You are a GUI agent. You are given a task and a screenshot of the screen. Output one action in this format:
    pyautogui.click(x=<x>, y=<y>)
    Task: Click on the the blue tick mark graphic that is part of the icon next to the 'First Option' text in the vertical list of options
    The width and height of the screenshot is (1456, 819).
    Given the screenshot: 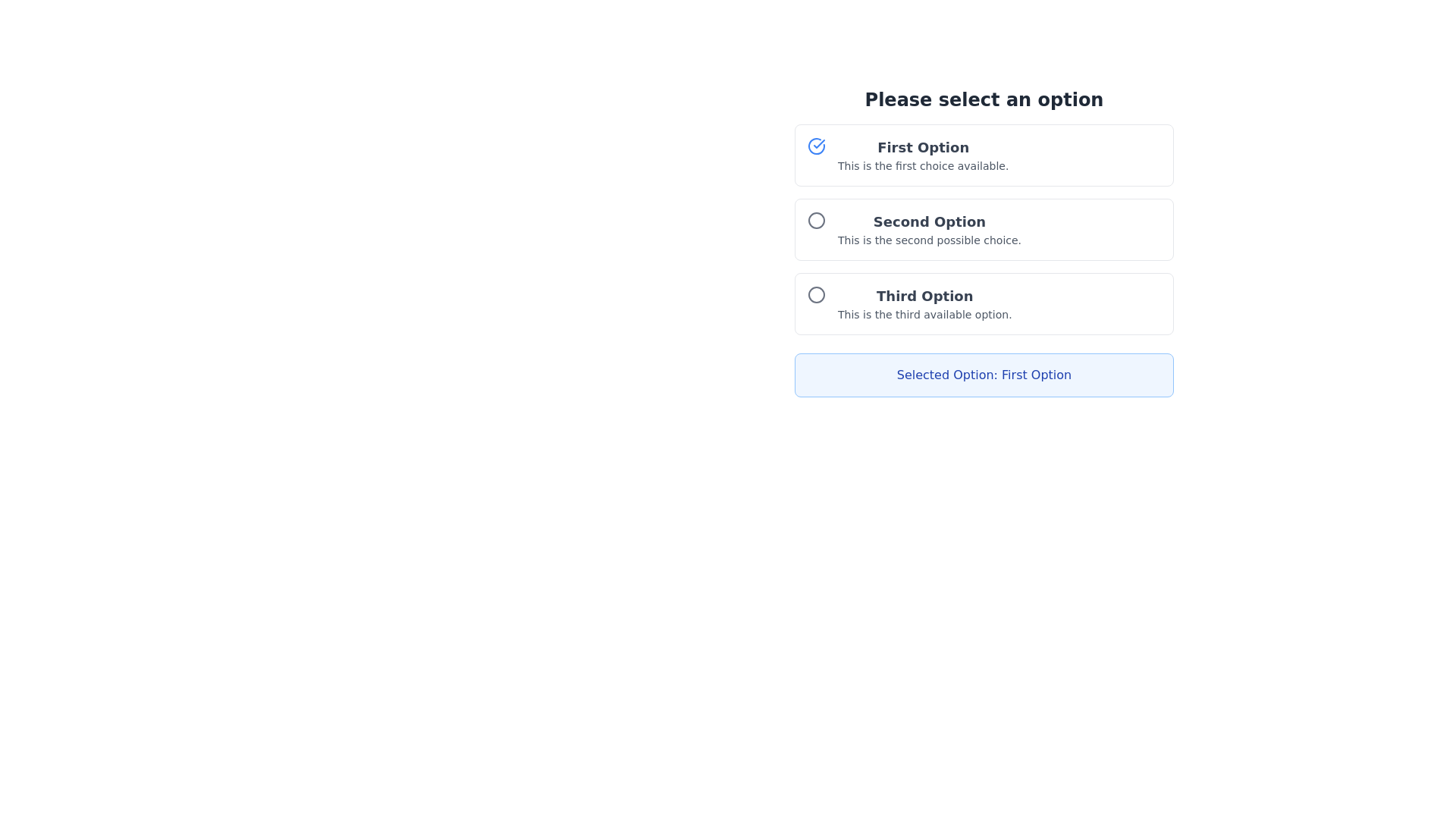 What is the action you would take?
    pyautogui.click(x=818, y=143)
    